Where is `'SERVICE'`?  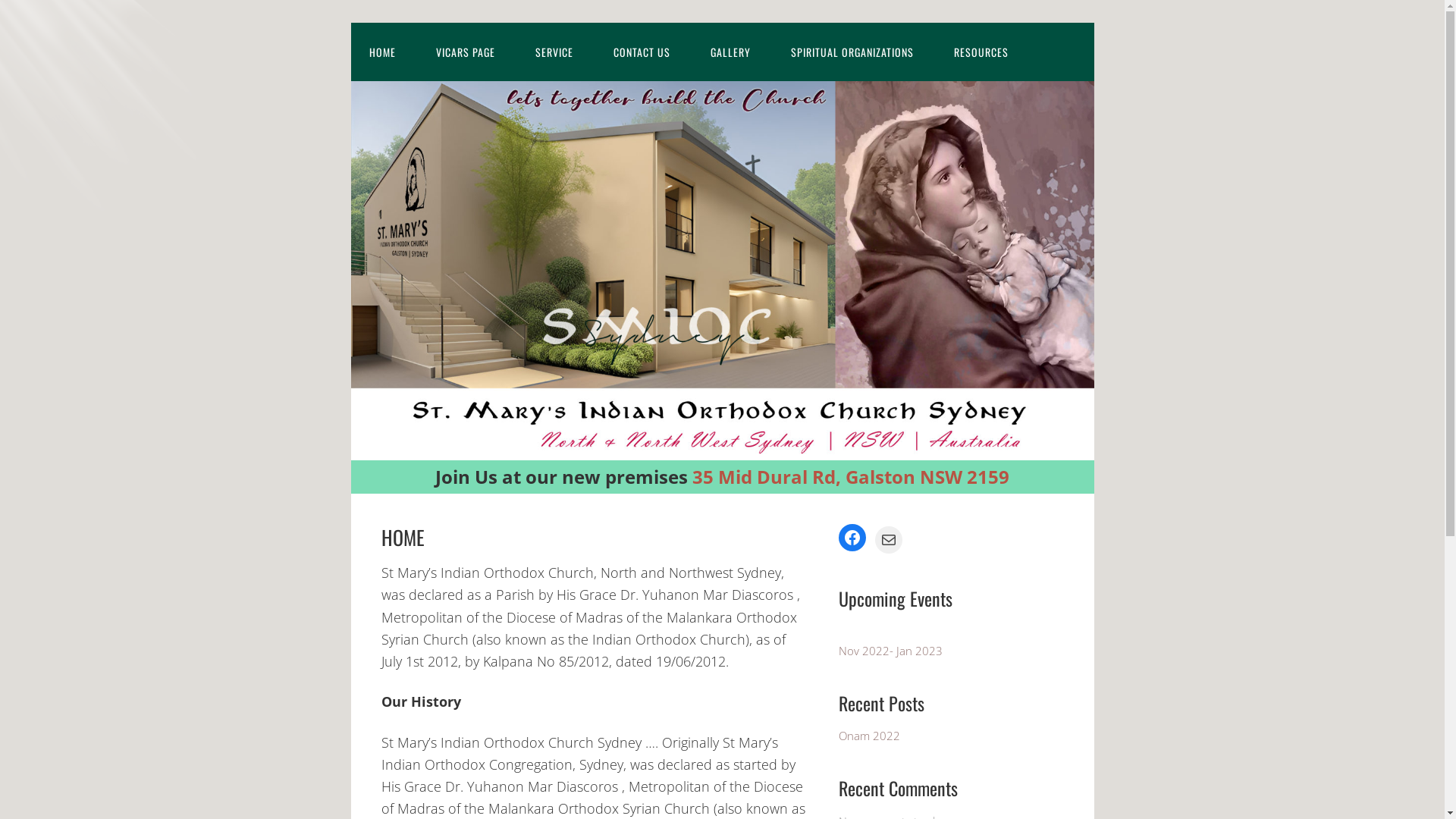 'SERVICE' is located at coordinates (553, 51).